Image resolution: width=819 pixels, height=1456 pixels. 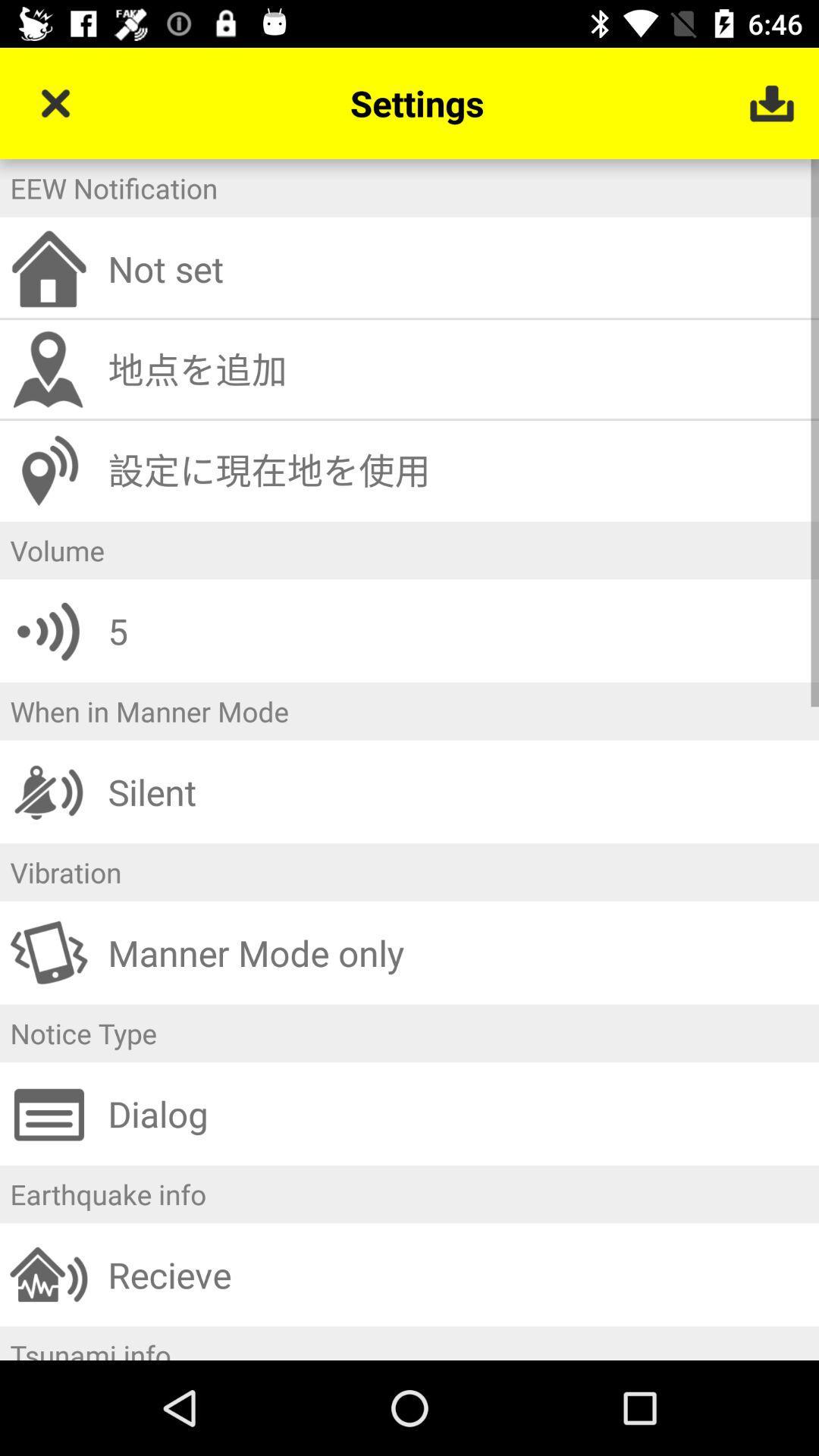 What do you see at coordinates (55, 102) in the screenshot?
I see `the item next to settings icon` at bounding box center [55, 102].